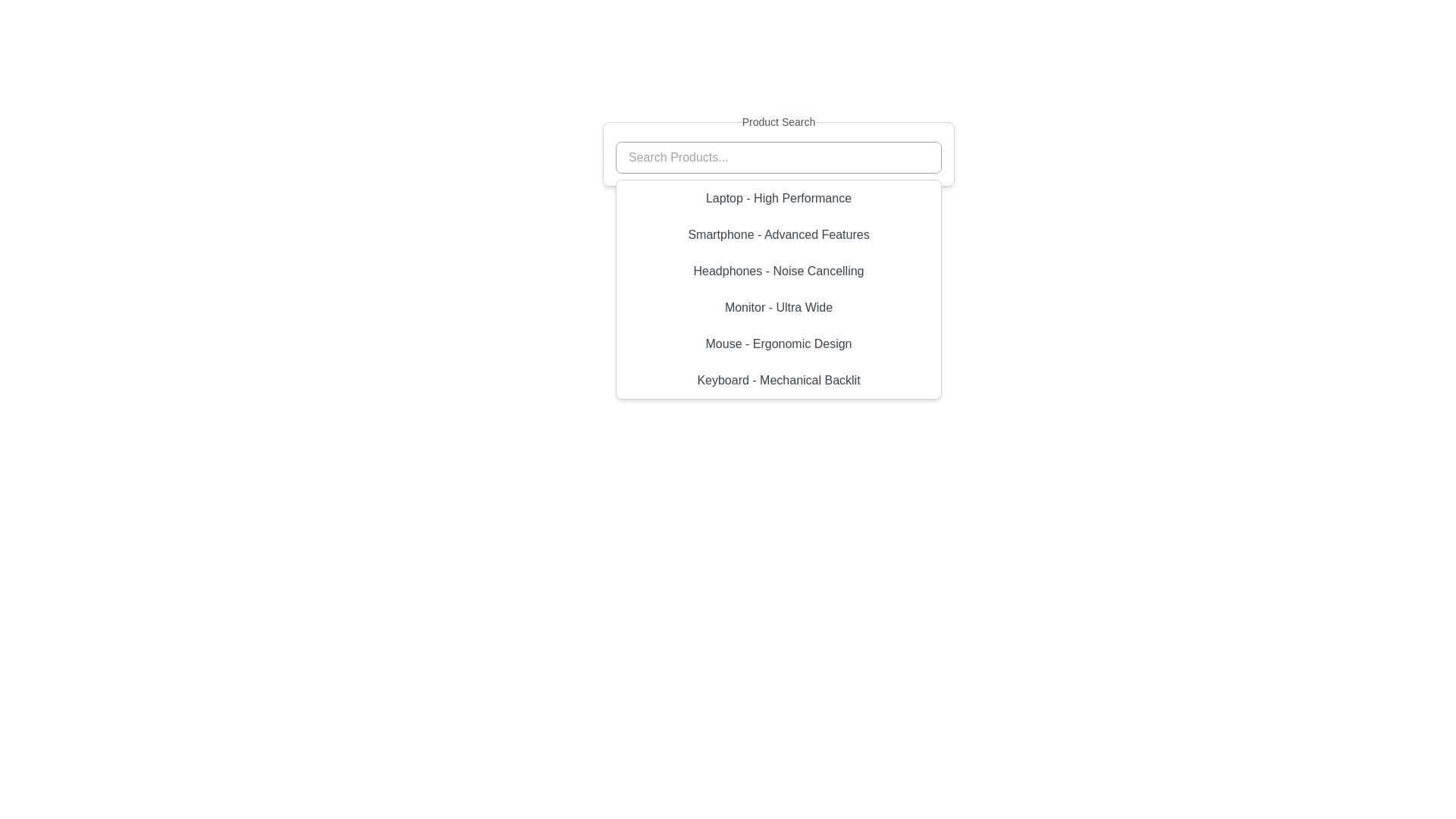  What do you see at coordinates (779, 121) in the screenshot?
I see `the 'Product Search' label, which is a gray text label positioned above the product search input field in the top-center section of the interface` at bounding box center [779, 121].